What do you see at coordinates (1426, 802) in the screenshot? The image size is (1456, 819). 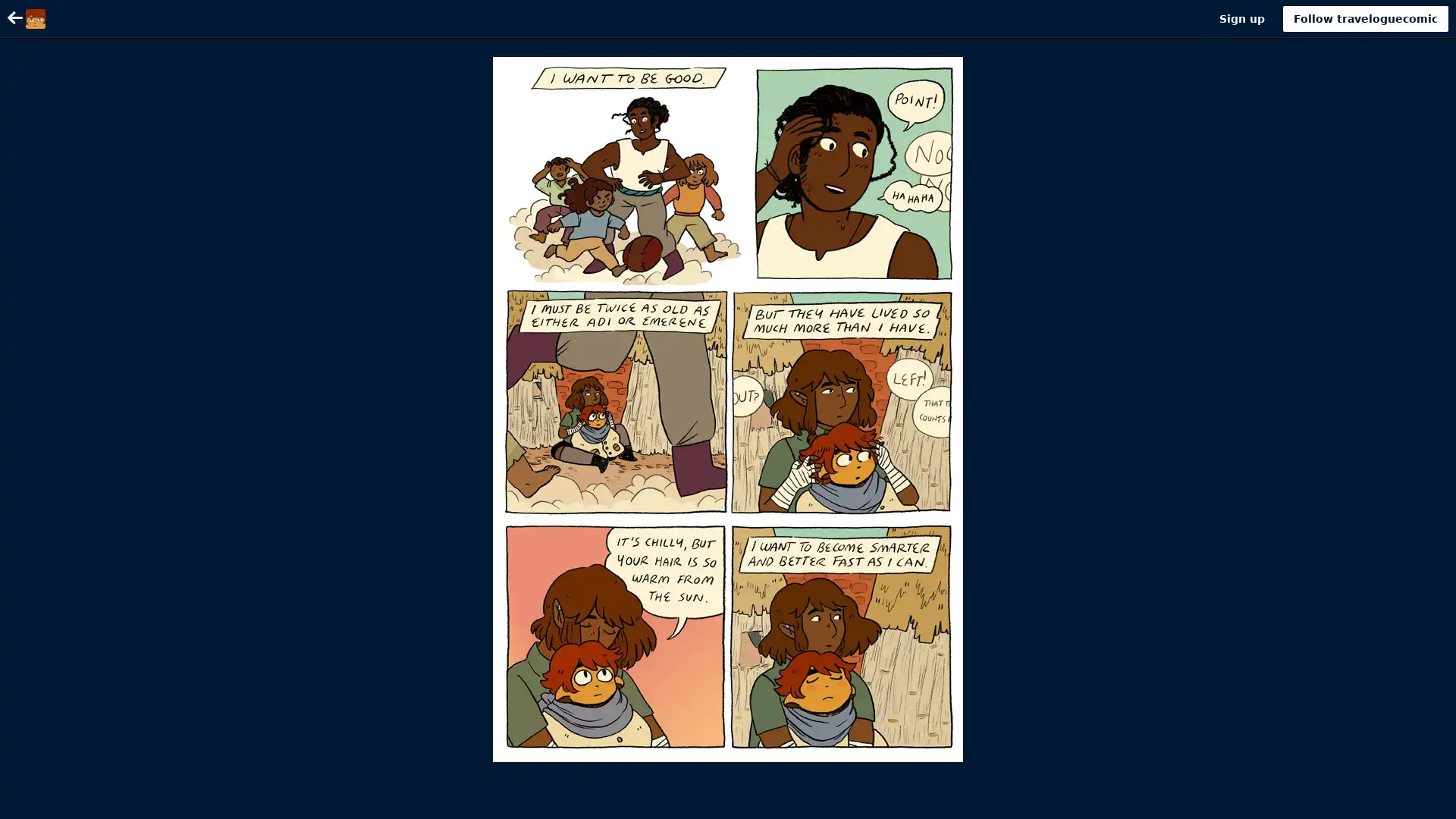 I see `Scroll to top` at bounding box center [1426, 802].